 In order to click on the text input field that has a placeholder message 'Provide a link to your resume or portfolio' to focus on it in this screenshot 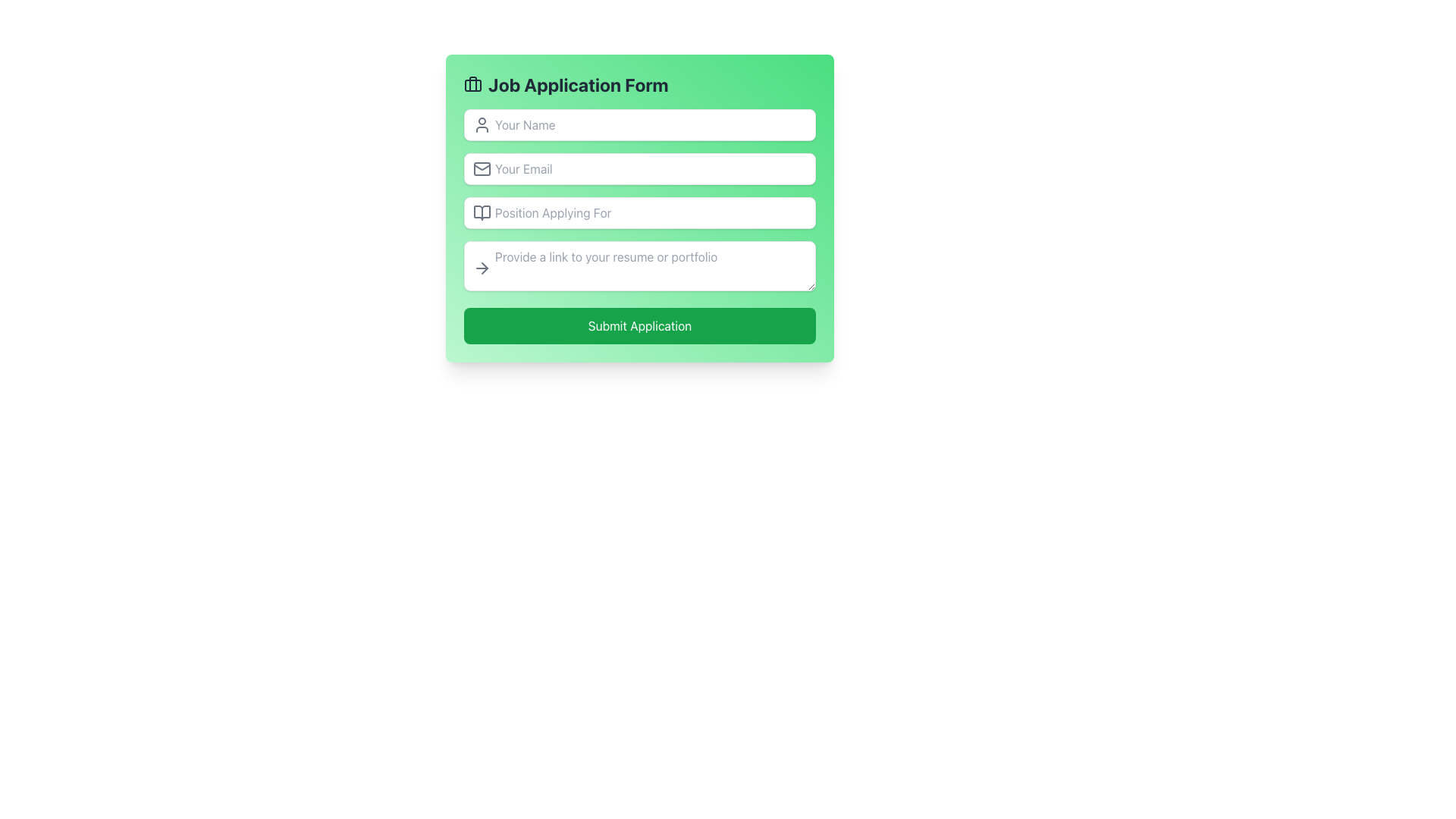, I will do `click(640, 268)`.